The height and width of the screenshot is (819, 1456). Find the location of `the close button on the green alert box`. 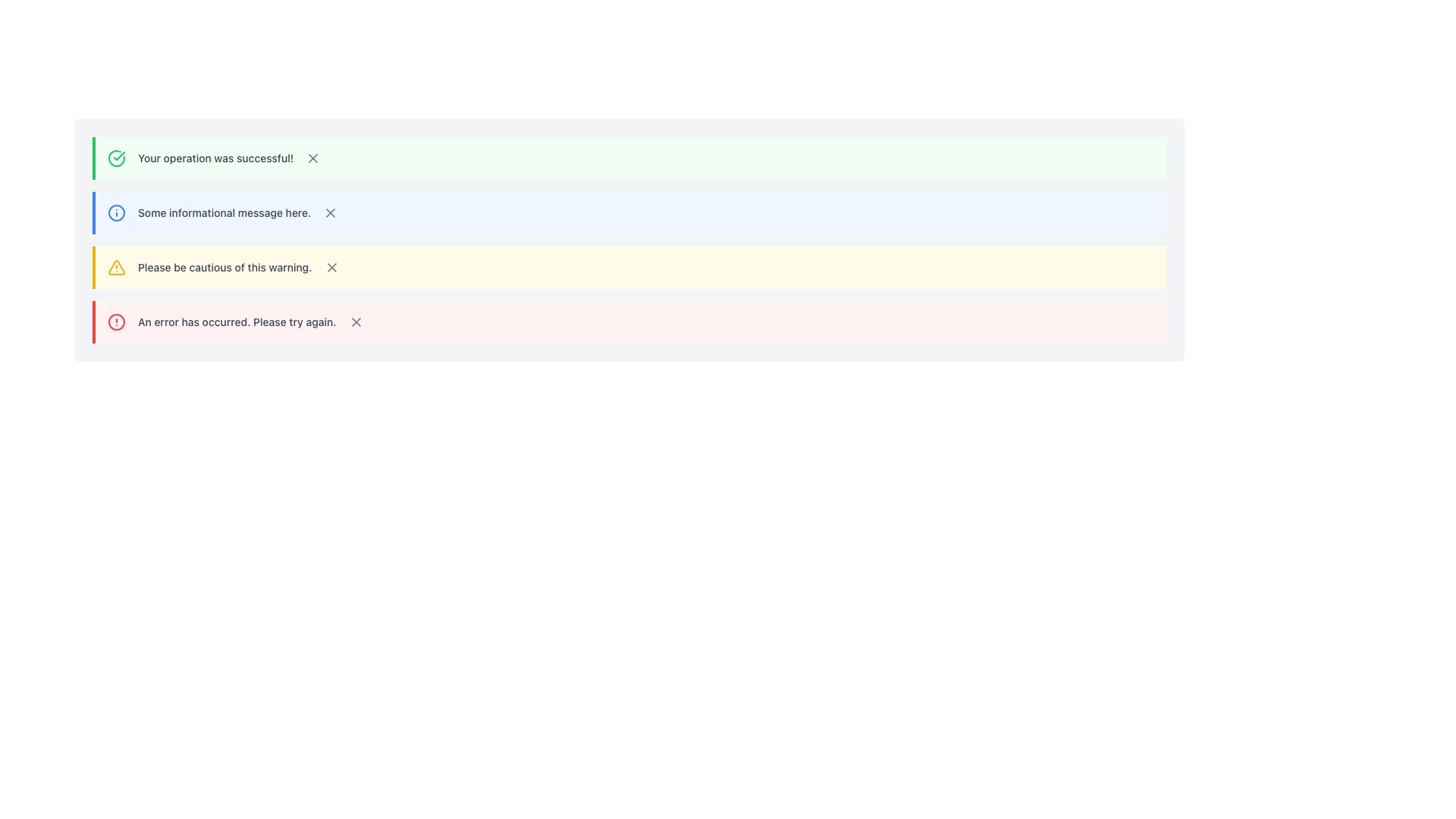

the close button on the green alert box is located at coordinates (312, 158).